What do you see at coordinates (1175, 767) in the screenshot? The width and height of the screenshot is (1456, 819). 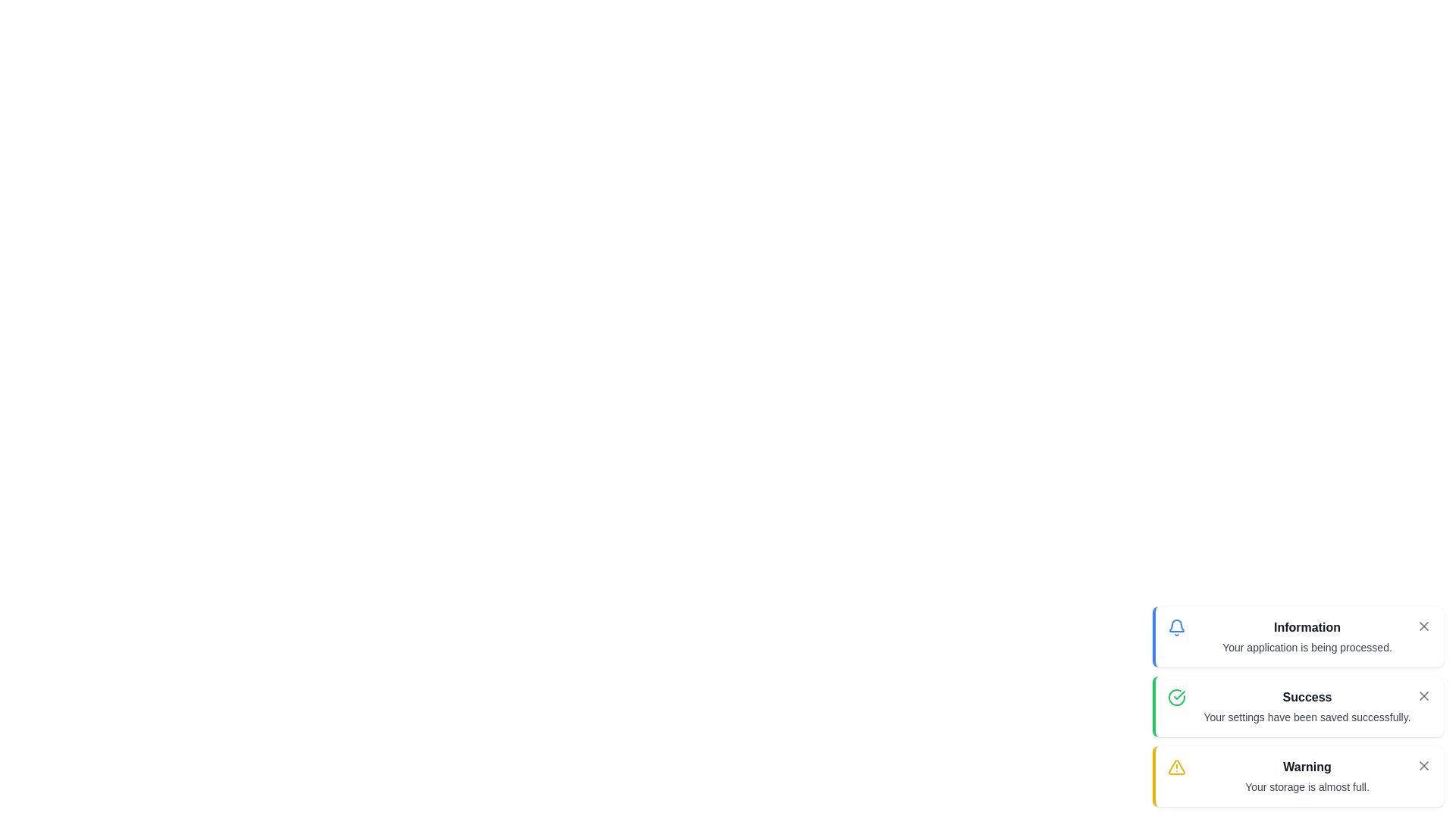 I see `the icon representing the snackbar type warning` at bounding box center [1175, 767].